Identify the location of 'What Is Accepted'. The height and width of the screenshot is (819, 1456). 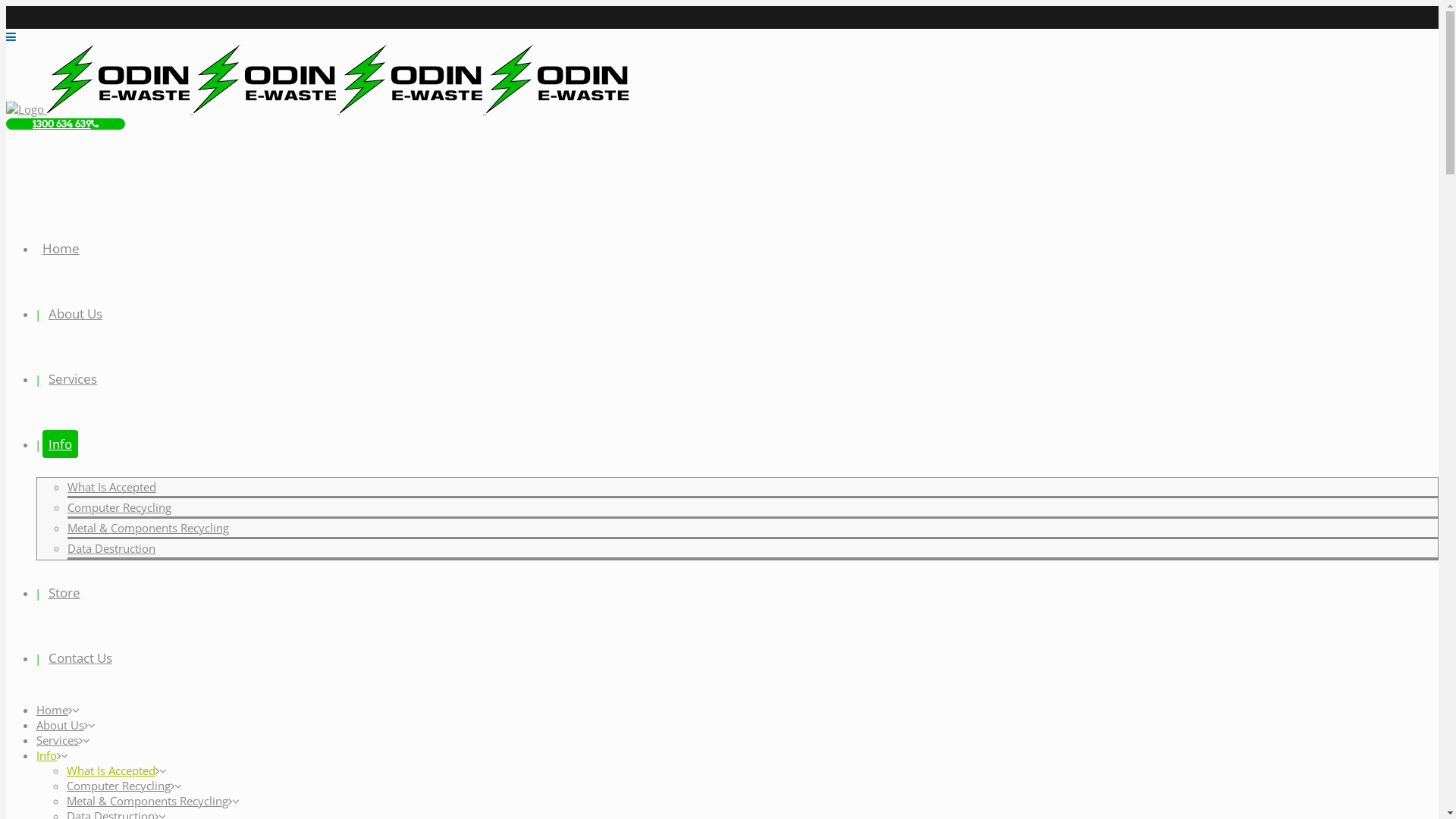
(110, 770).